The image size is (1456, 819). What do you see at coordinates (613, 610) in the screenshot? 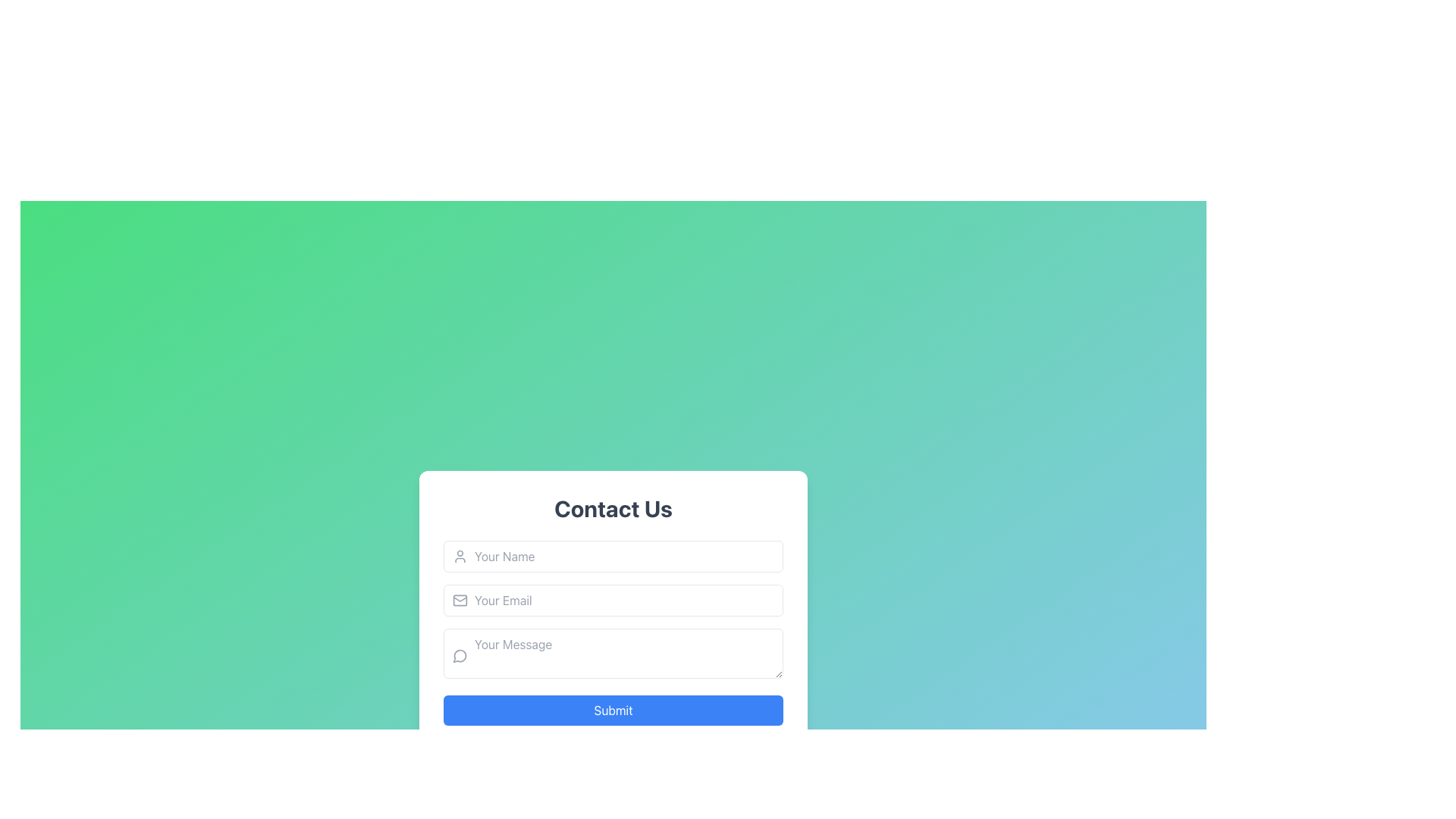
I see `the email input field in the 'Contact Us' form to focus on it` at bounding box center [613, 610].